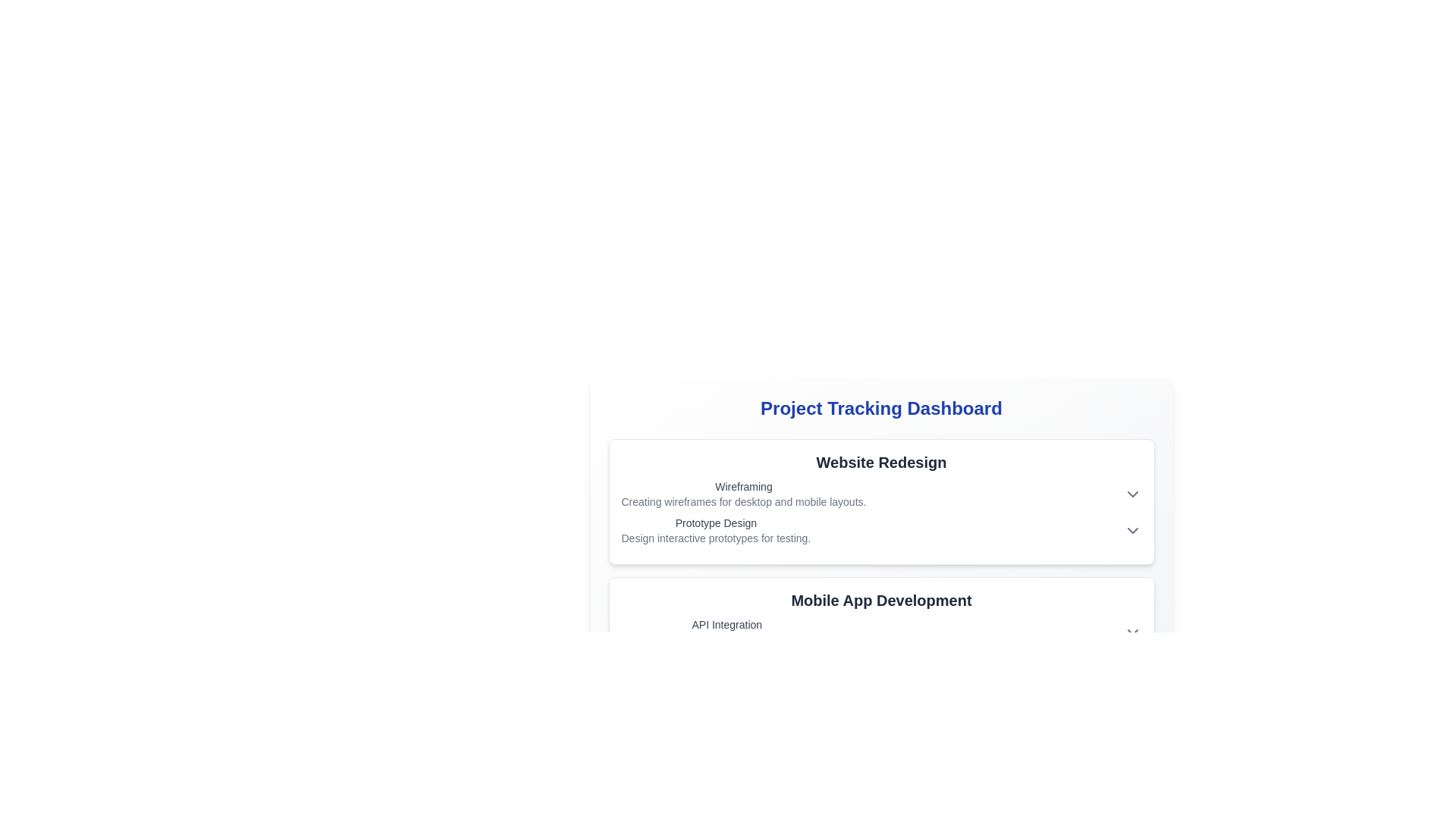 Image resolution: width=1456 pixels, height=819 pixels. What do you see at coordinates (1132, 529) in the screenshot?
I see `the downward-pointing chevron dropdown toggle button located at the right end of the section containing 'Prototype Design: Design interactive prototypes for testing'` at bounding box center [1132, 529].